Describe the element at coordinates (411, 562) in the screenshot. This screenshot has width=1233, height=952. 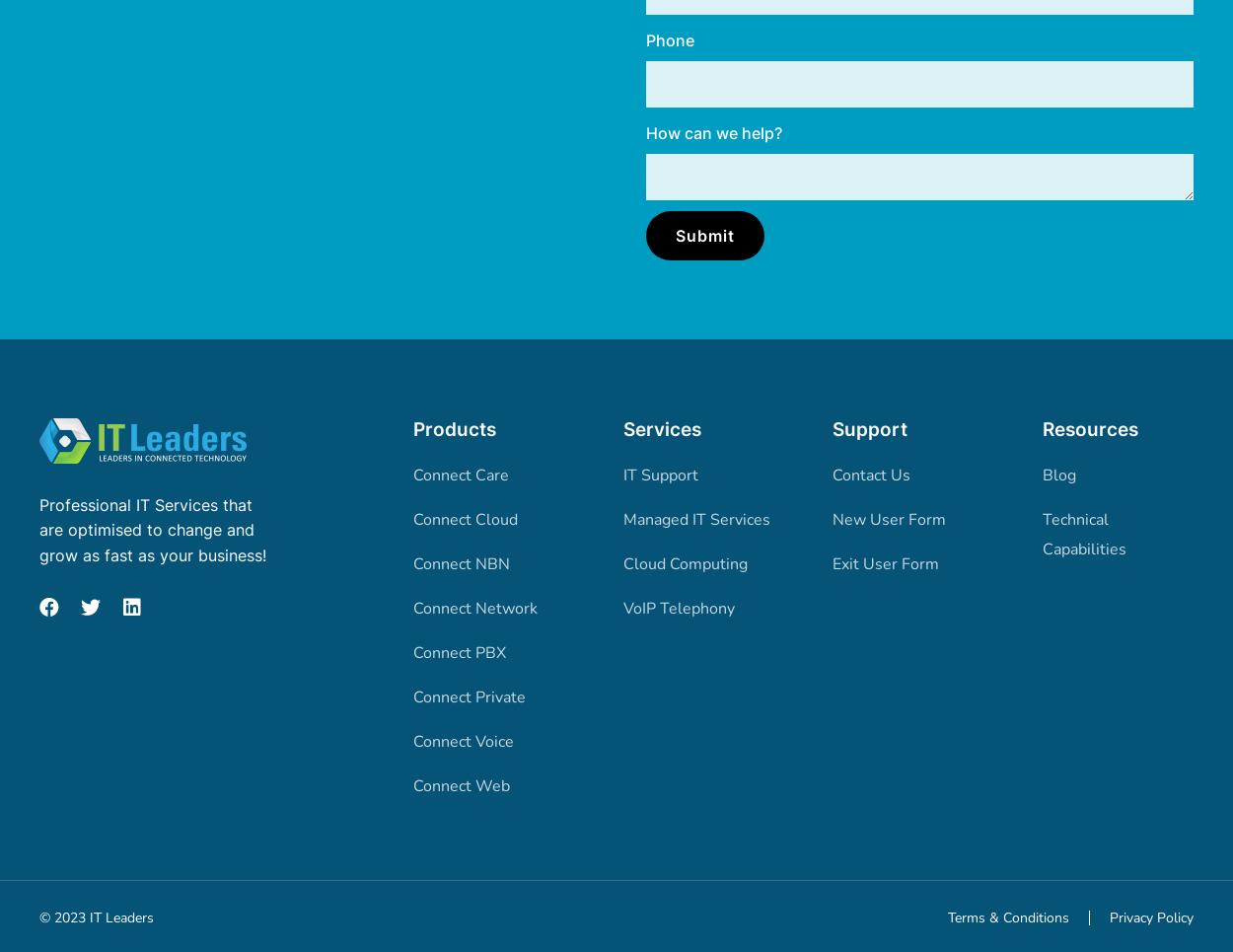
I see `'Connect NBN'` at that location.